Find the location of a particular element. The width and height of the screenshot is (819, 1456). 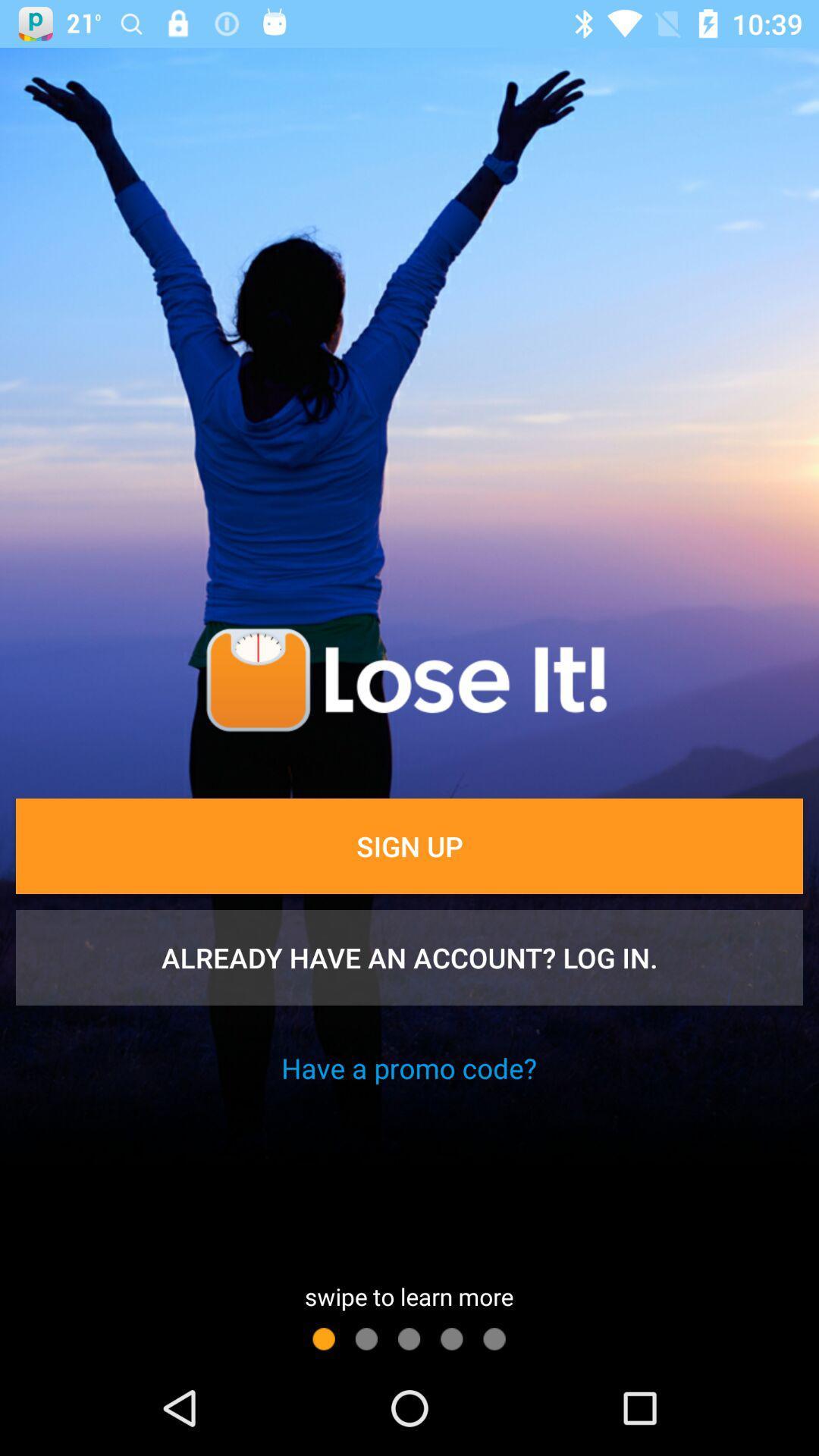

have a promo icon is located at coordinates (408, 1067).